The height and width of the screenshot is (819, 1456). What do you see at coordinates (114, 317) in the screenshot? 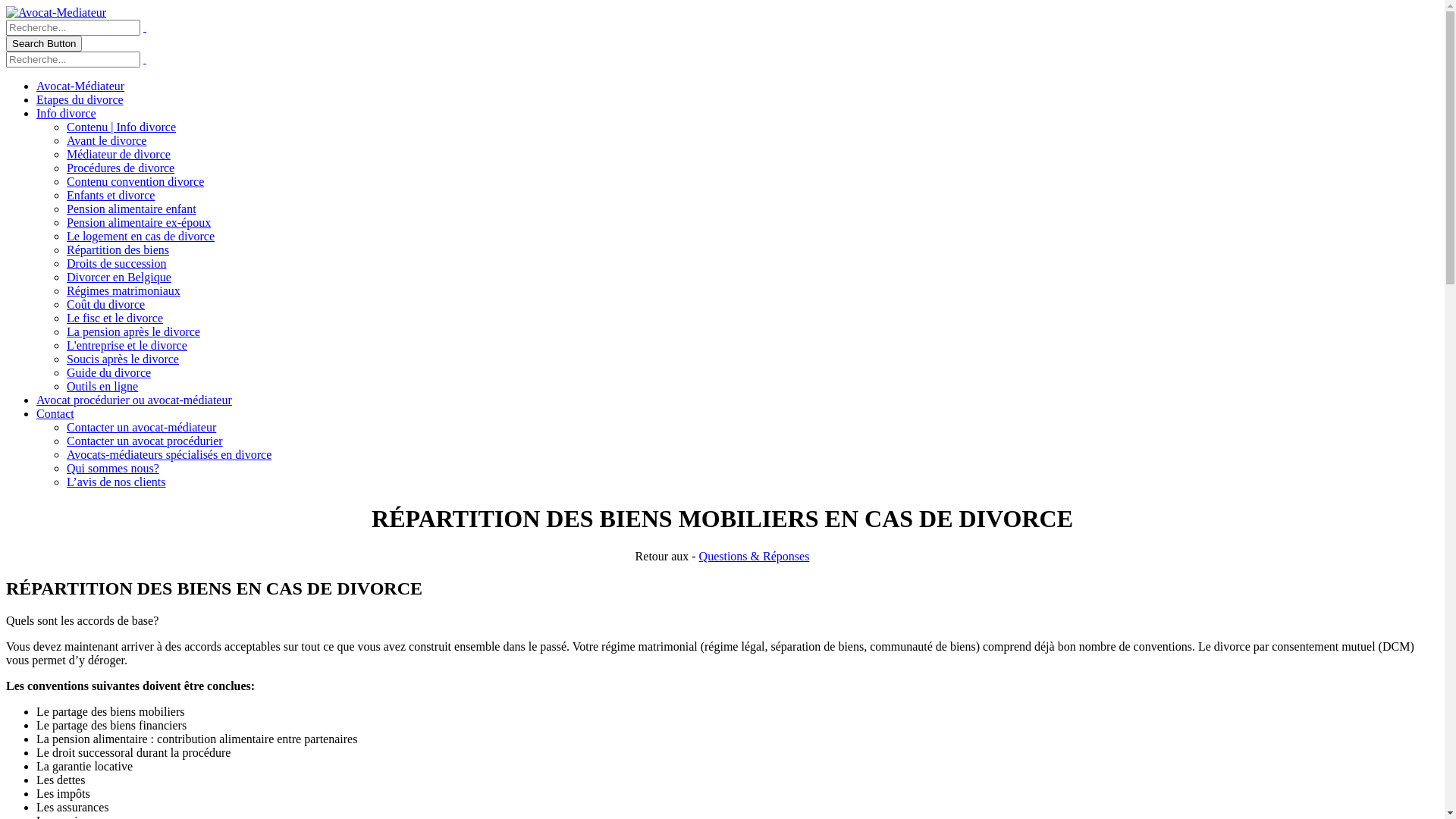
I see `'Le fisc et le divorce'` at bounding box center [114, 317].